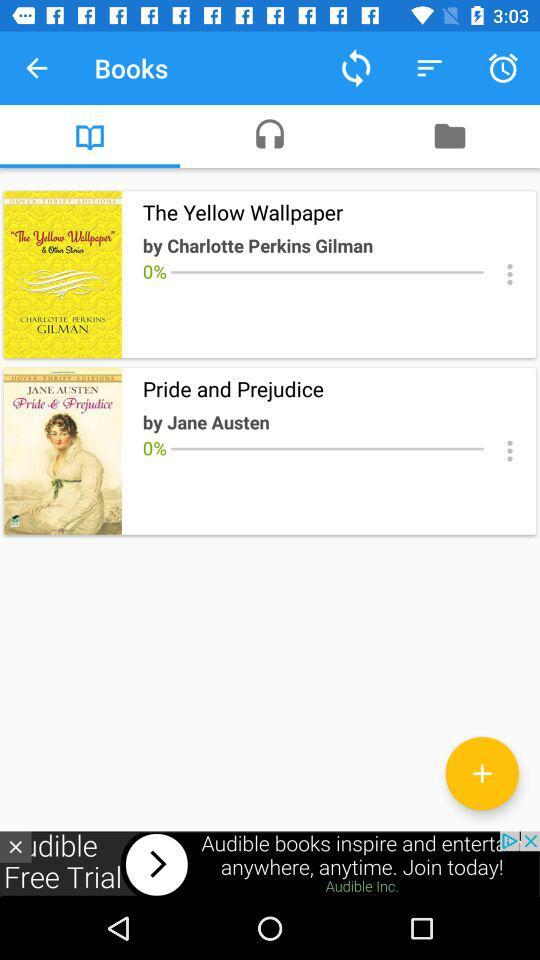 The height and width of the screenshot is (960, 540). Describe the element at coordinates (509, 451) in the screenshot. I see `more information` at that location.